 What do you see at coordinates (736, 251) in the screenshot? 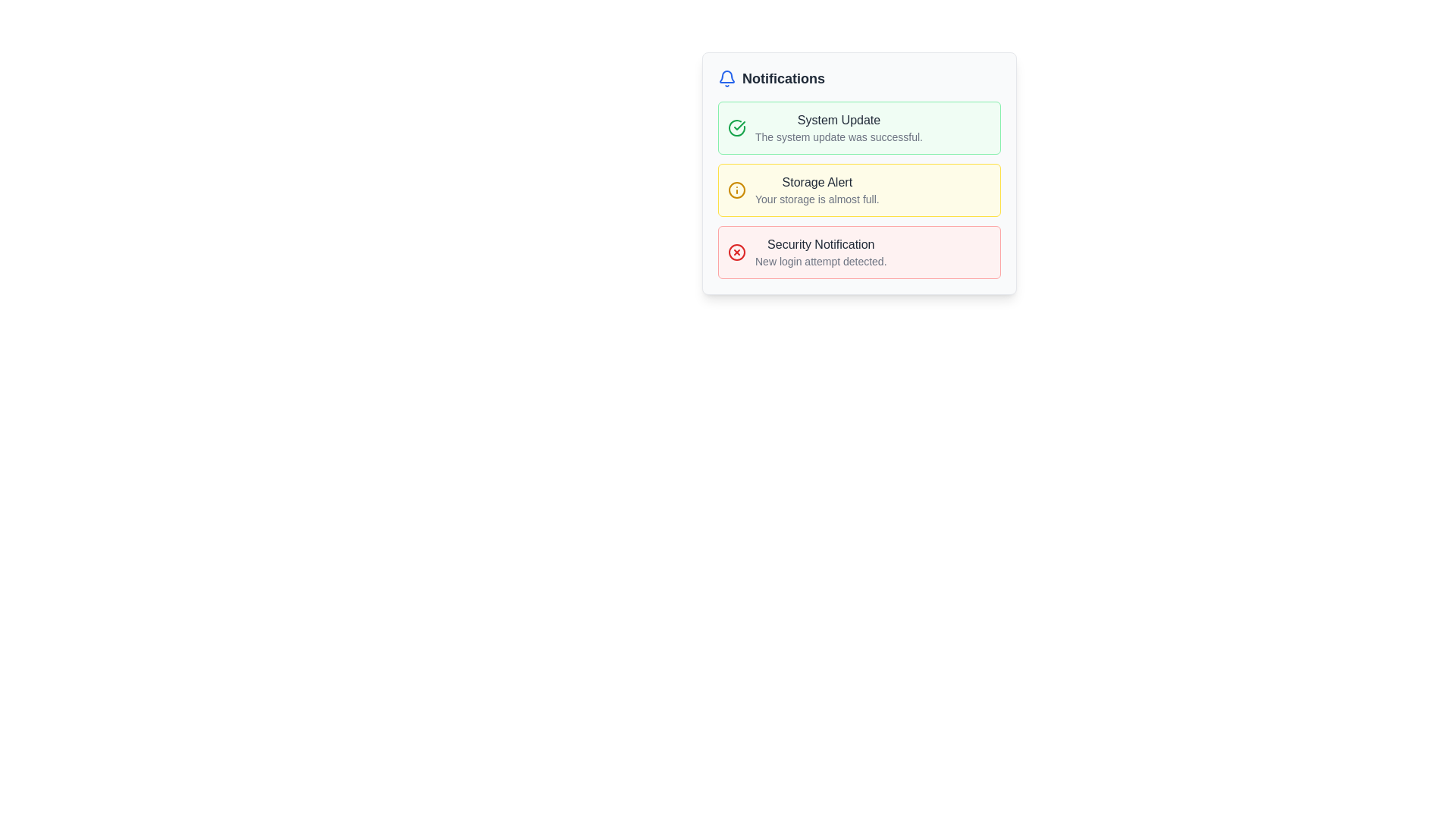
I see `the circular red icon with a white cross inside, located in the top-left corner of the 'Security Notification' block` at bounding box center [736, 251].